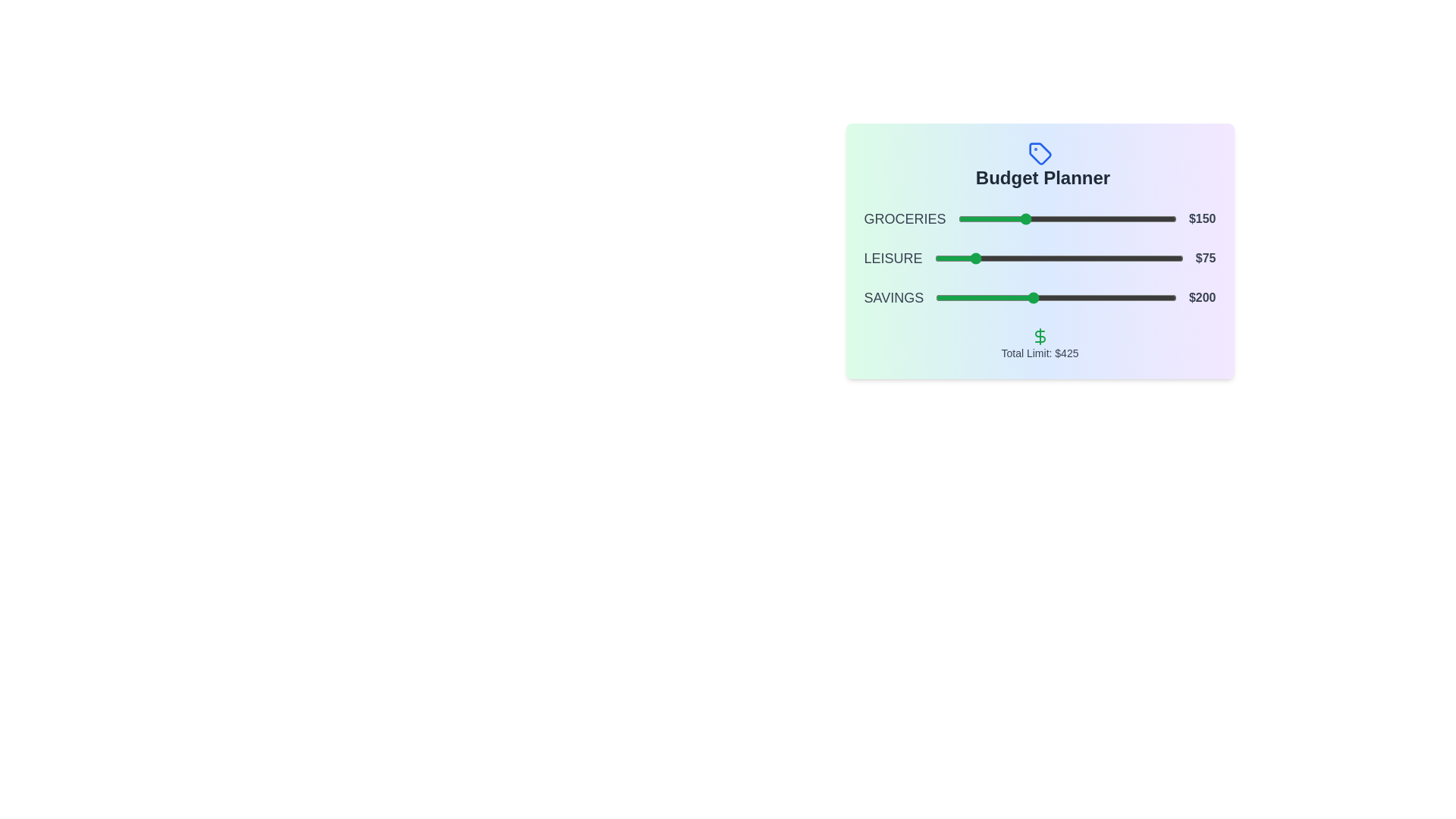 This screenshot has height=819, width=1456. I want to click on the slider for 1 to 175, so click(1034, 257).